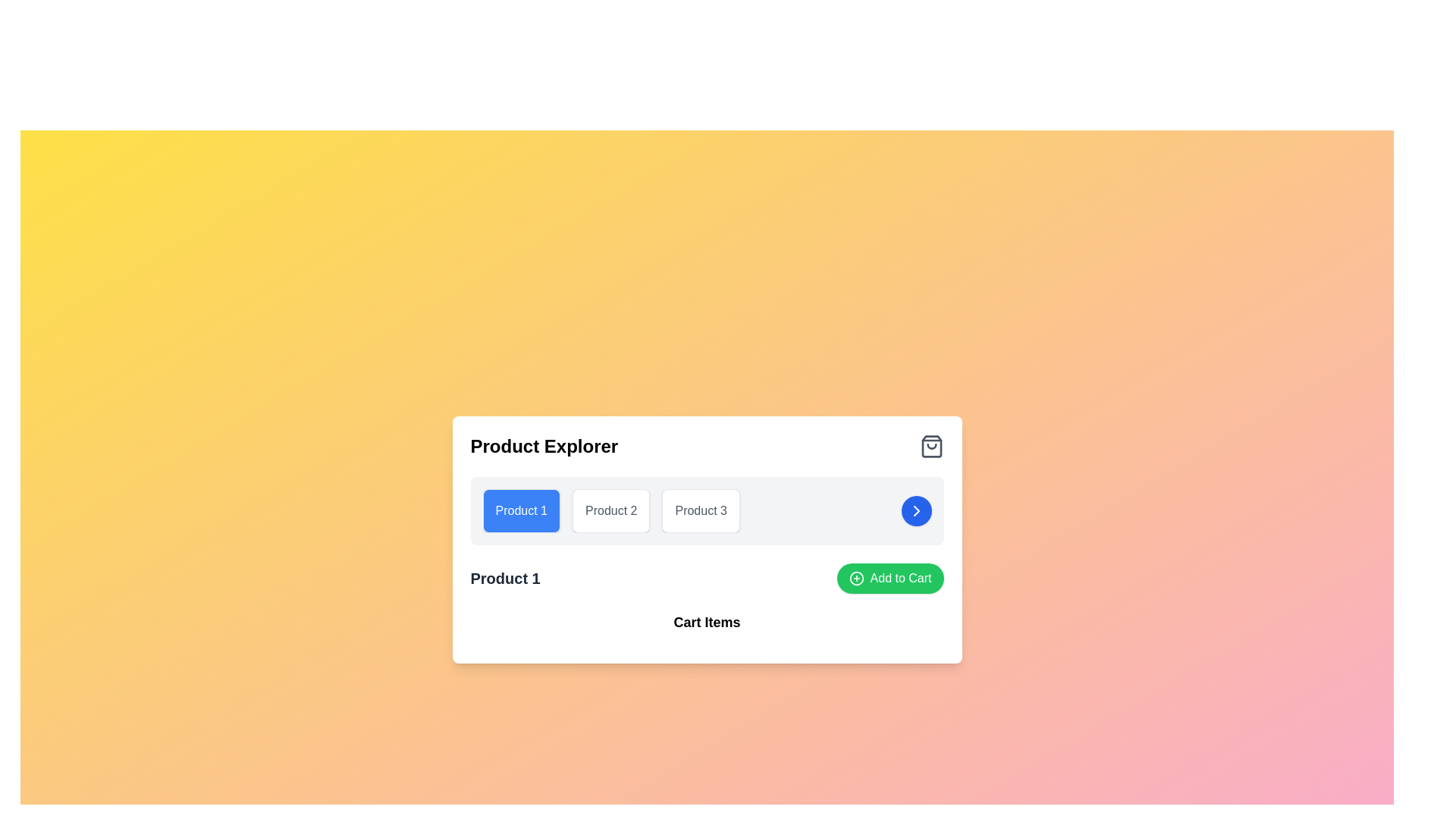  What do you see at coordinates (915, 511) in the screenshot?
I see `the navigation button located at the right end of the horizontal list in the 'Product Explorer' card` at bounding box center [915, 511].